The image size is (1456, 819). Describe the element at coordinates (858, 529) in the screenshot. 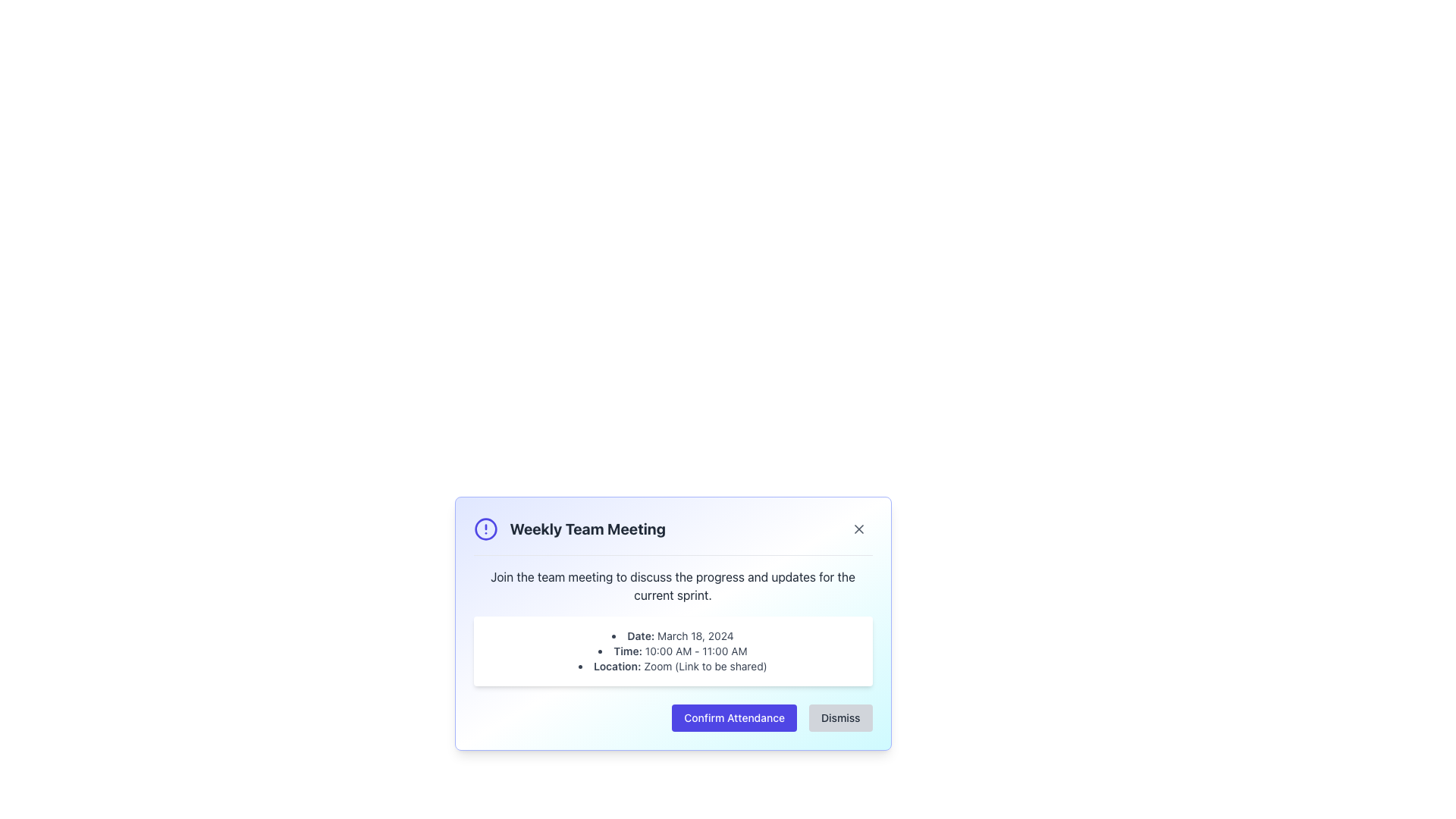

I see `the dismiss button located at the top-right corner of the 'Weekly Team Meeting' alert dialog` at that location.